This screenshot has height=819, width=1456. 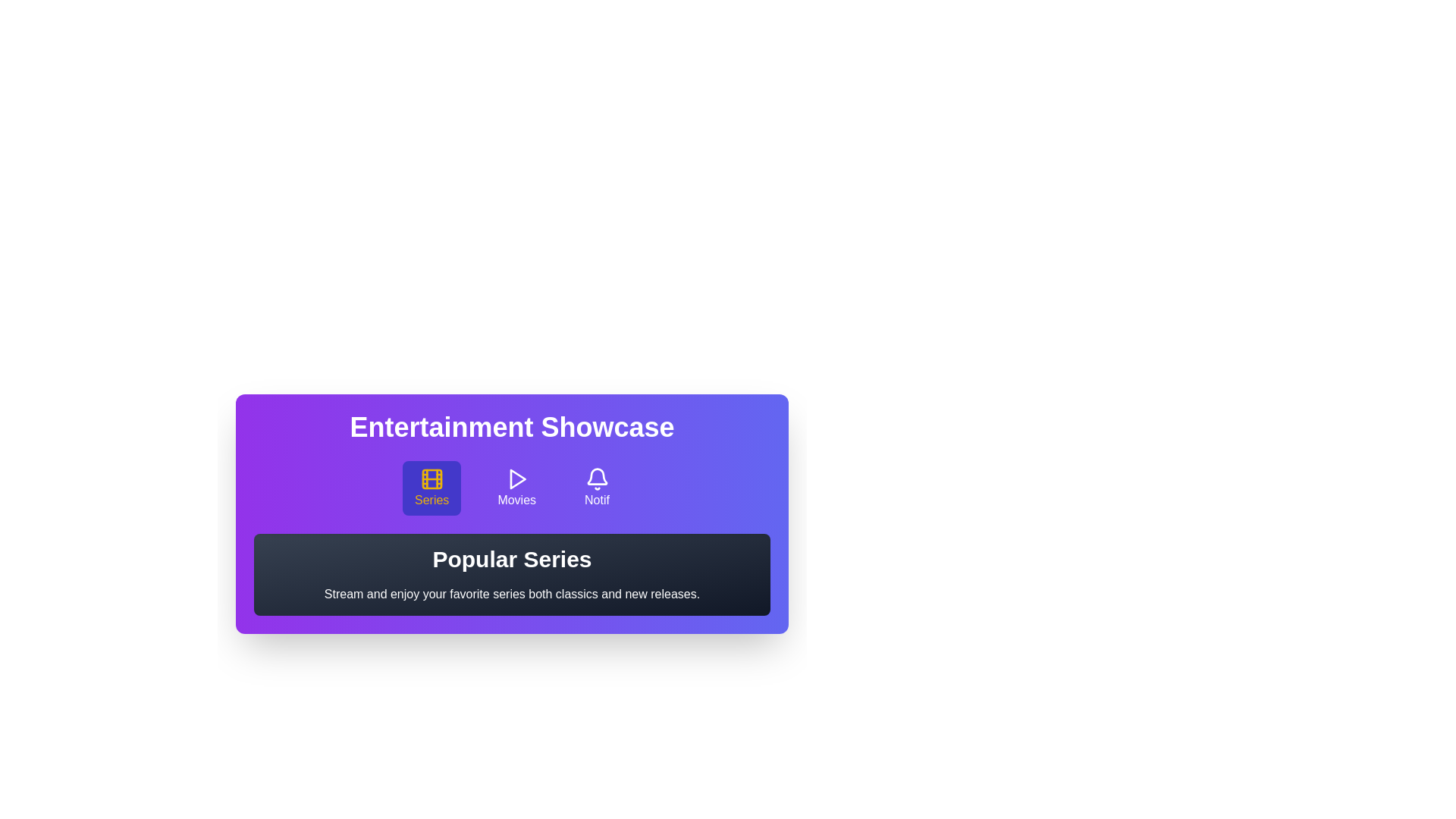 I want to click on the navigational button for 'Movies', which is the second button in a horizontal layout between 'Series' and 'Notif', so click(x=516, y=488).